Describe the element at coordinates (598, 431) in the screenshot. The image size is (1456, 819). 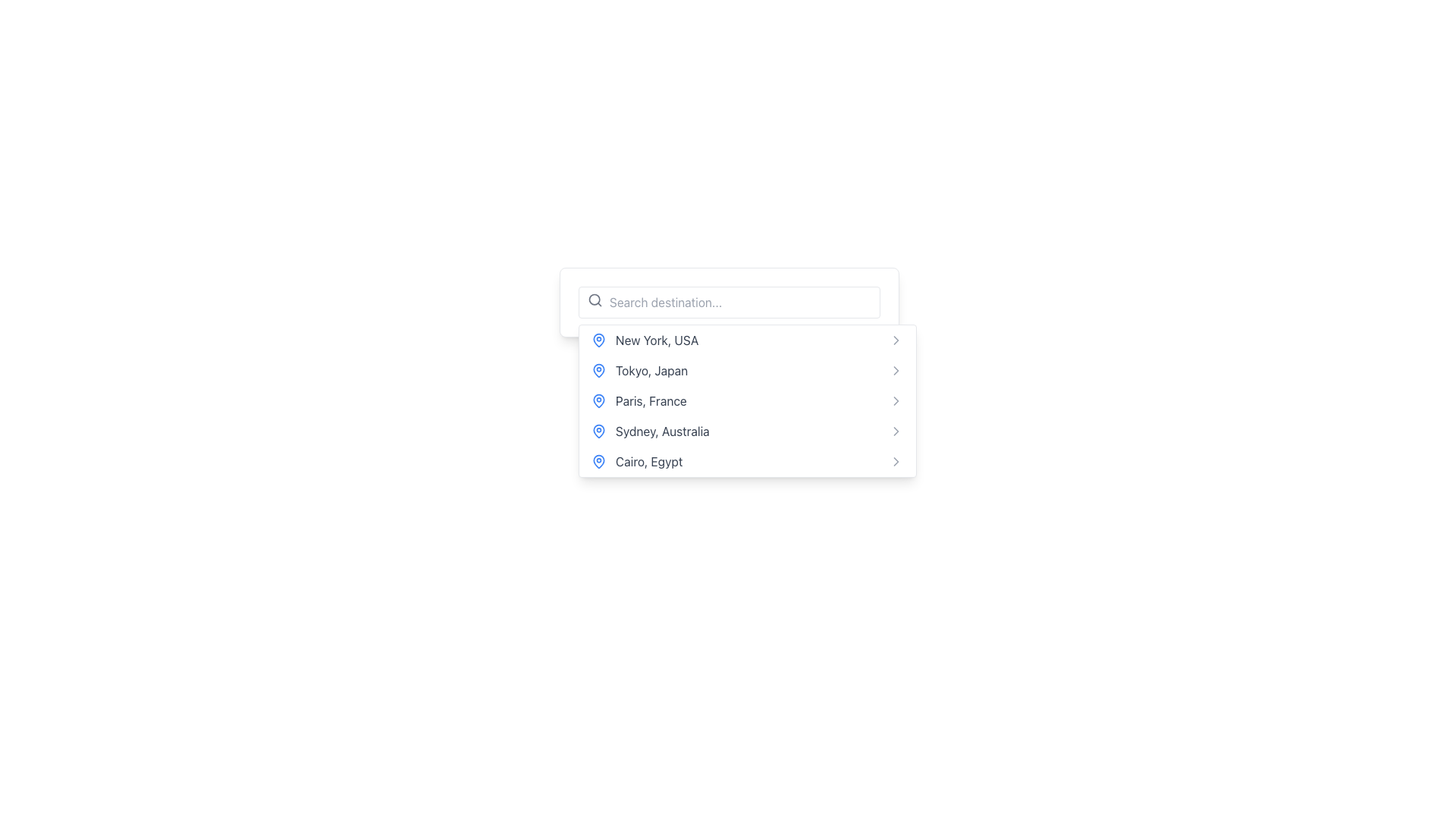
I see `the blue map pin icon located adjacent to the text 'Sydney, Australia' in the fourth item of the vertical menu list within the dropdown component` at that location.